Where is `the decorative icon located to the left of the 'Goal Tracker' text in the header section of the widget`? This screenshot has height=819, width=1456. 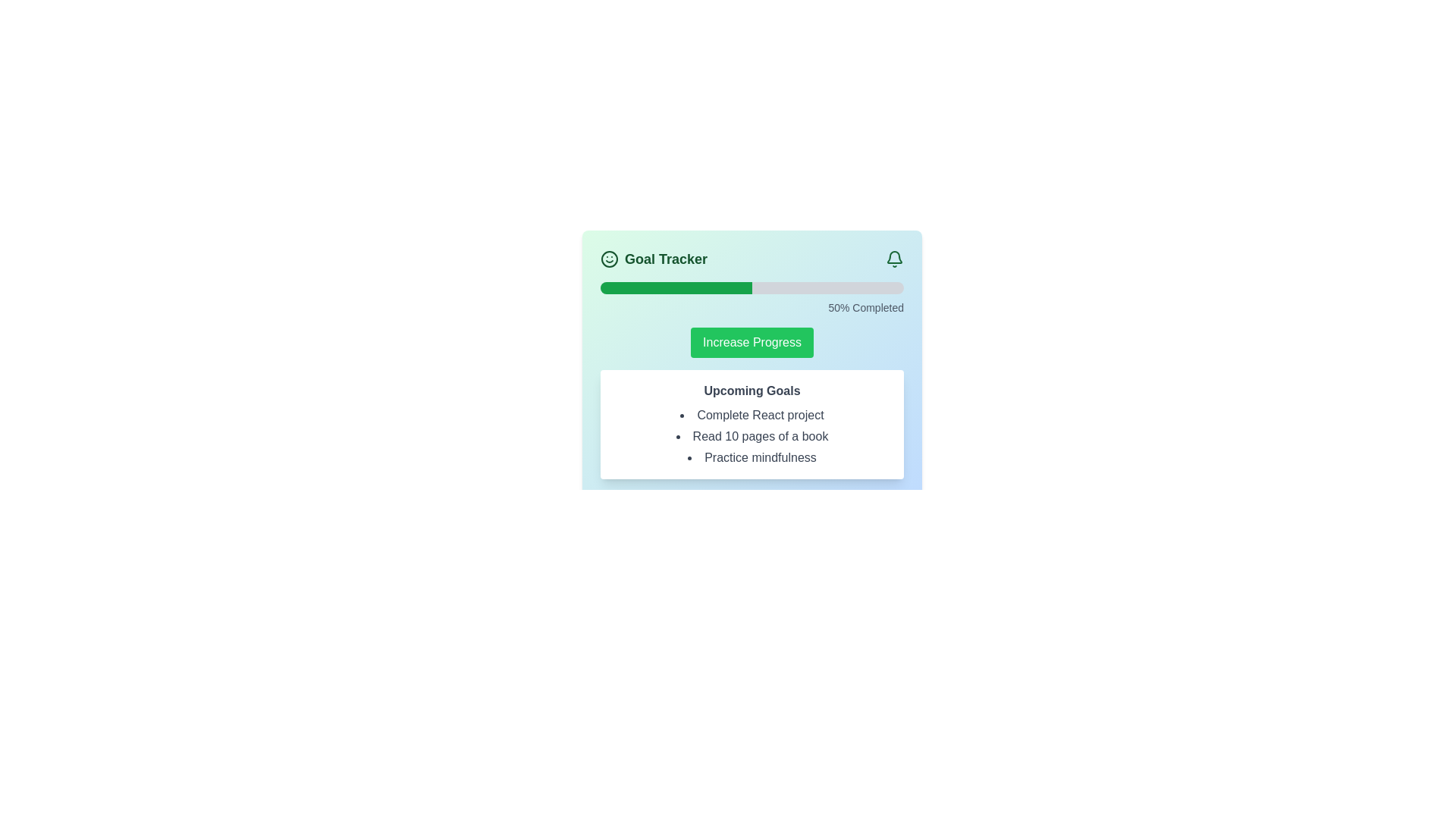 the decorative icon located to the left of the 'Goal Tracker' text in the header section of the widget is located at coordinates (610, 259).